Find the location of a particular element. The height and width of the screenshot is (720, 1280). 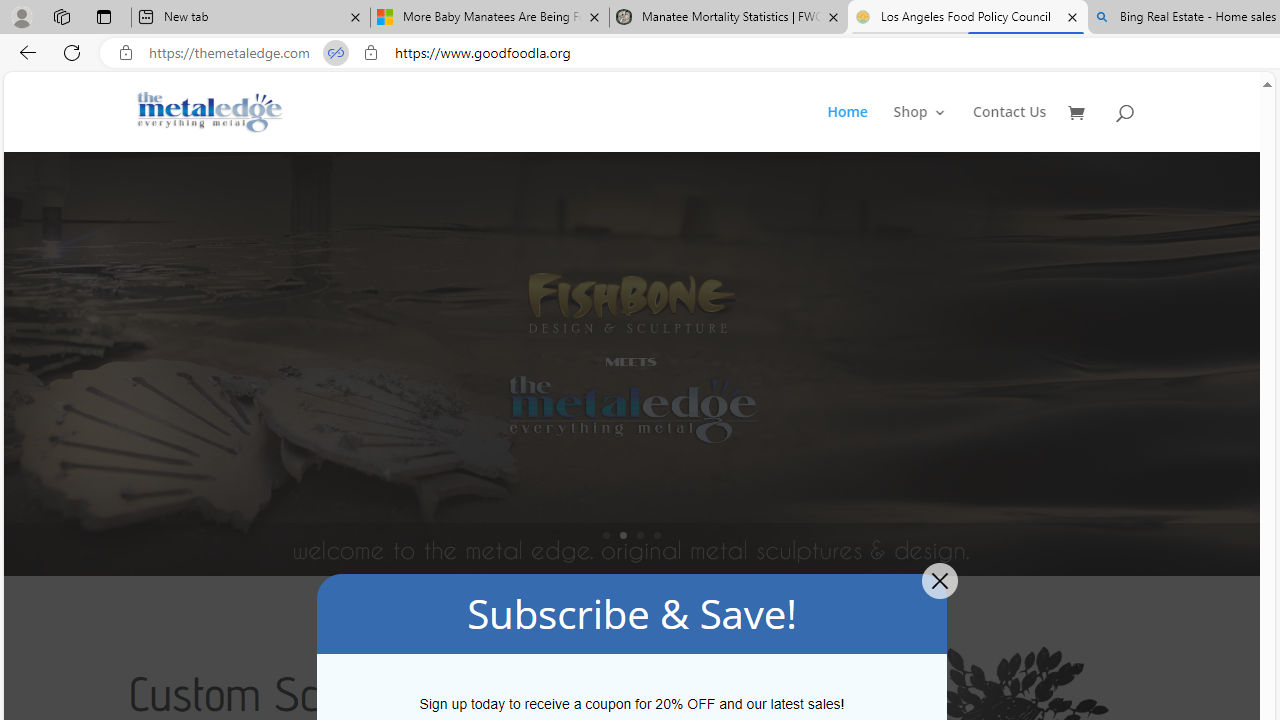

'Shop3' is located at coordinates (930, 128).